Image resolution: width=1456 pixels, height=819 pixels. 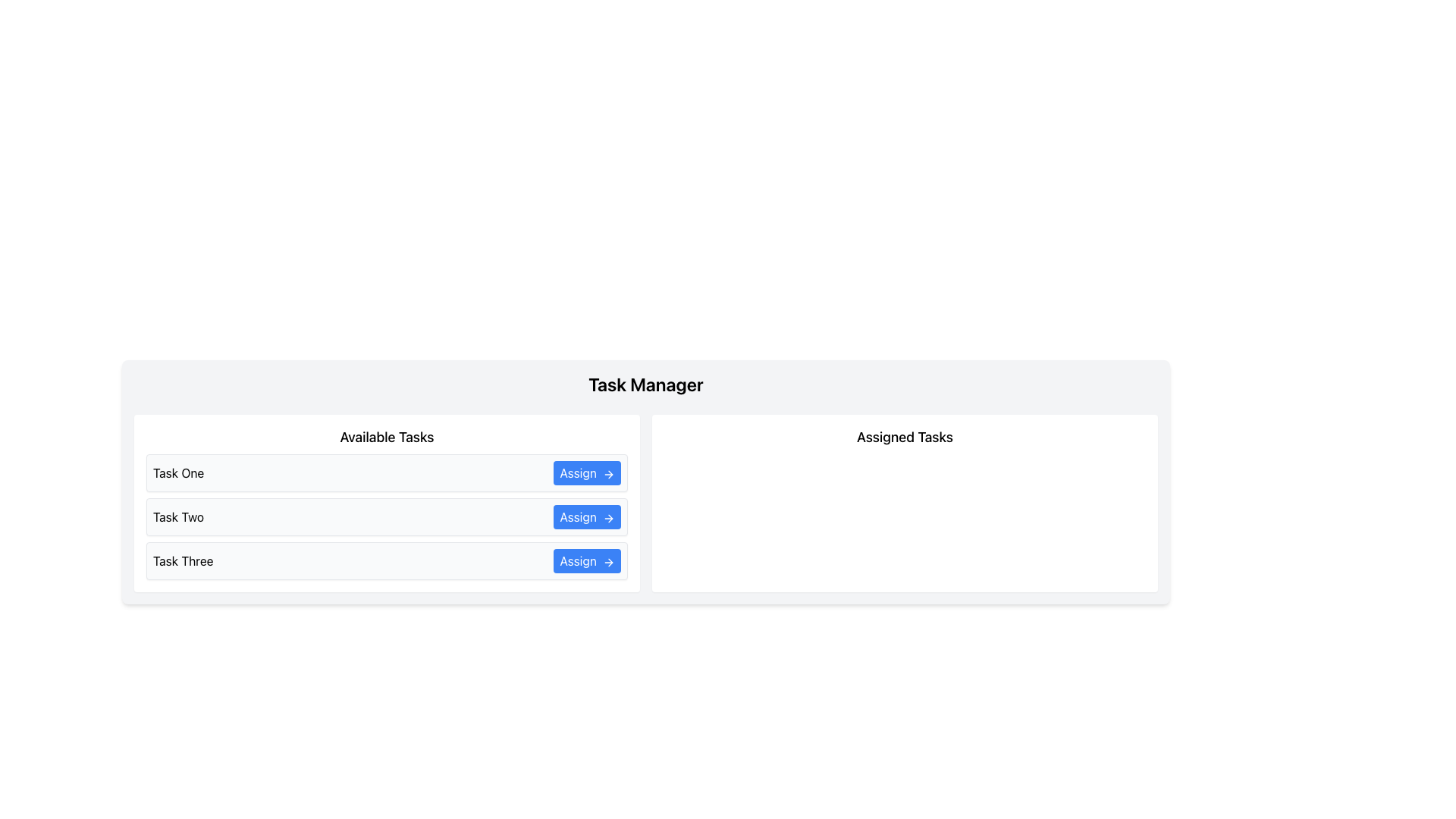 What do you see at coordinates (387, 516) in the screenshot?
I see `task name 'Task Two' from the composite UI component located in the 'Available Tasks' column, positioned below 'Task One' and above 'Task Three'` at bounding box center [387, 516].